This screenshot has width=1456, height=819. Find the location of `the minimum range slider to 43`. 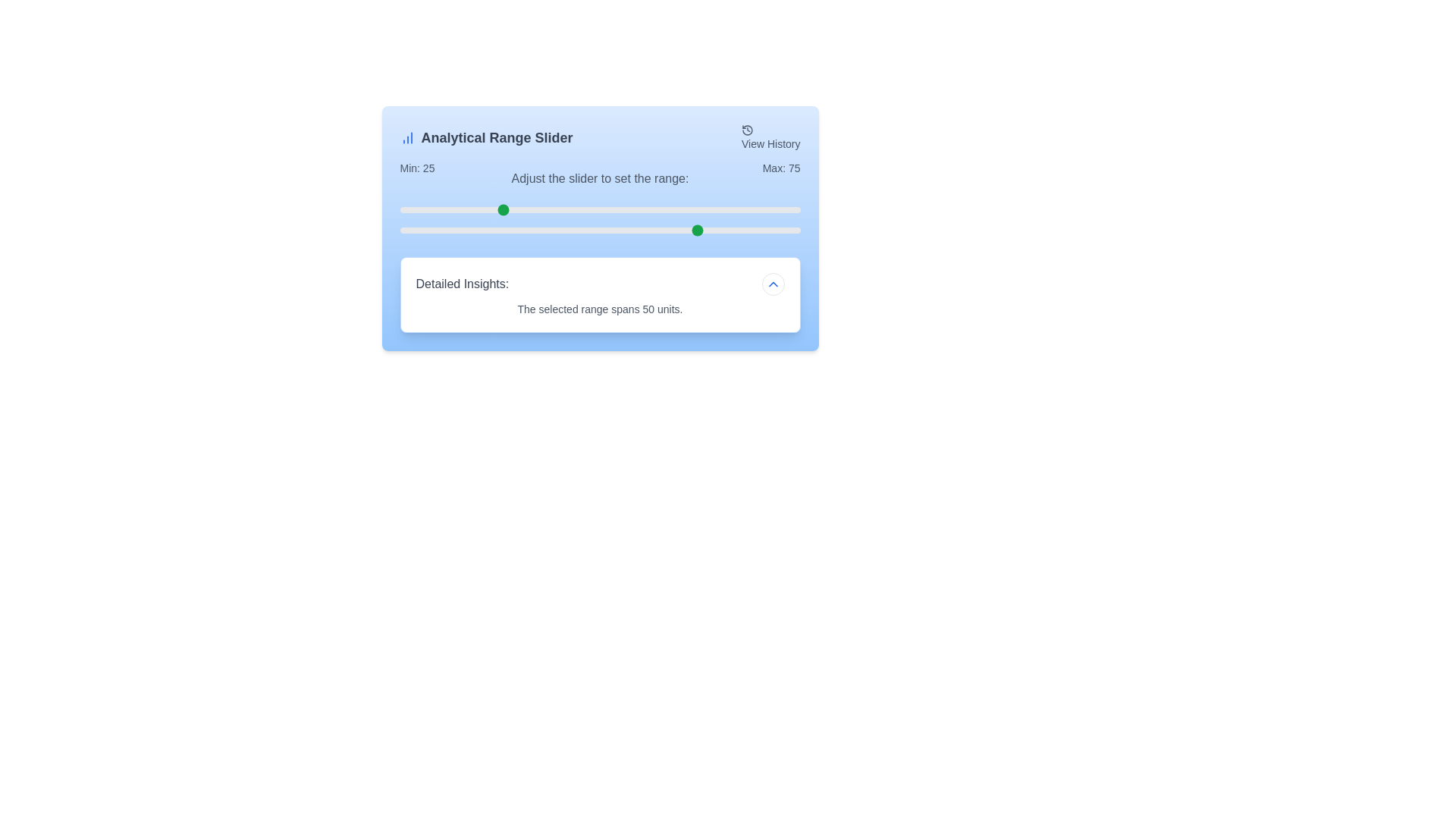

the minimum range slider to 43 is located at coordinates (571, 210).